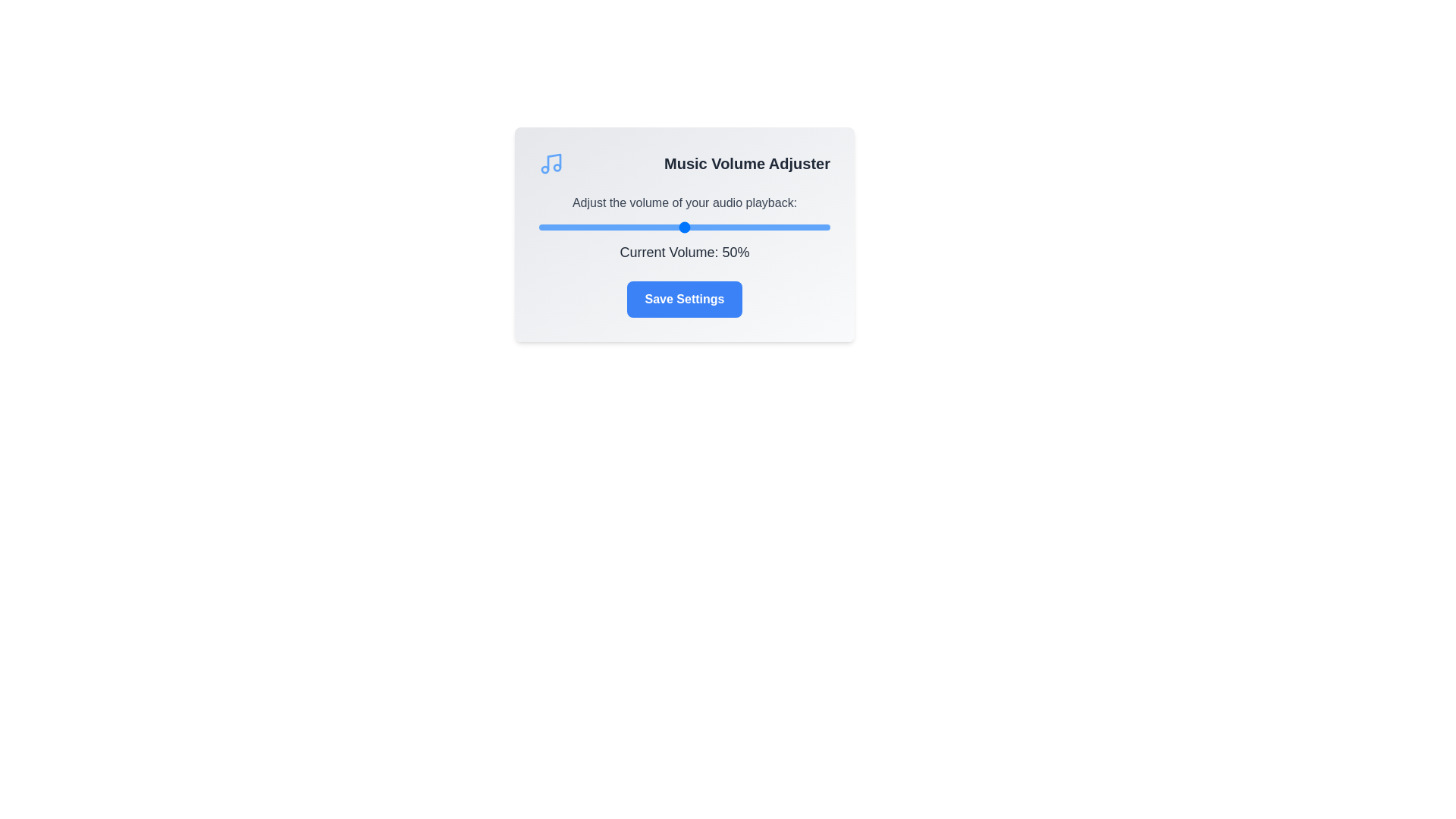 The height and width of the screenshot is (819, 1456). What do you see at coordinates (719, 227) in the screenshot?
I see `the volume slider to 62%` at bounding box center [719, 227].